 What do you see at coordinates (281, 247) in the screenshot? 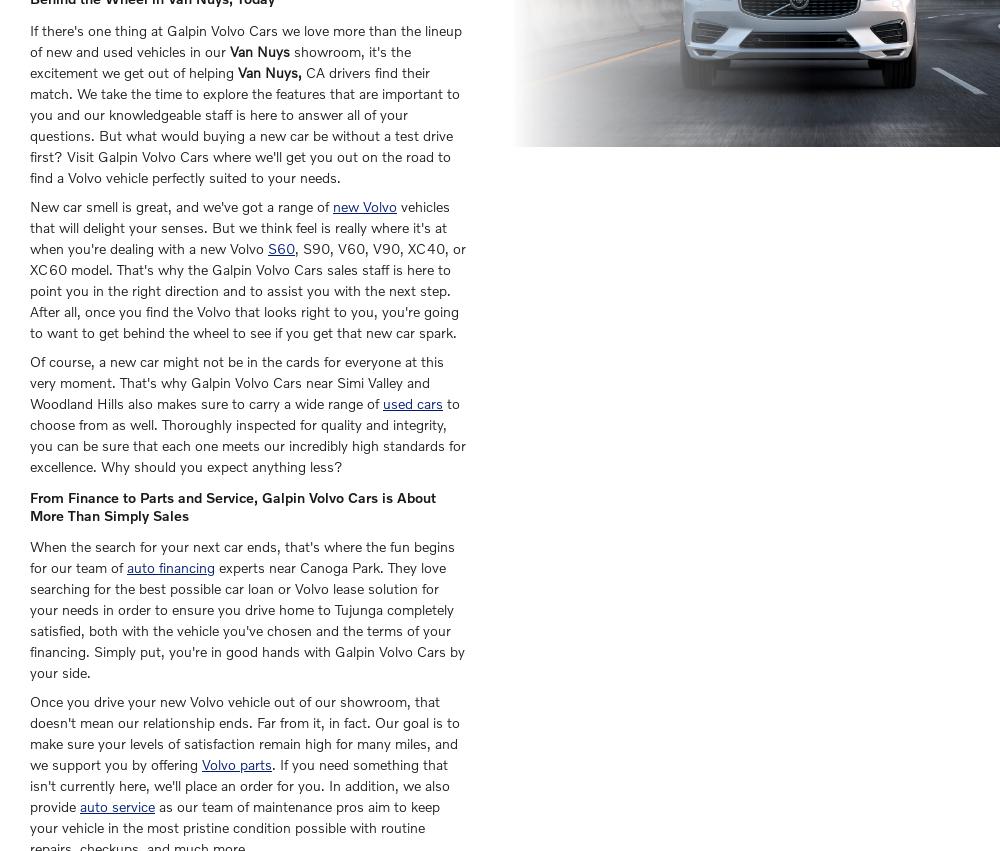
I see `'S60'` at bounding box center [281, 247].